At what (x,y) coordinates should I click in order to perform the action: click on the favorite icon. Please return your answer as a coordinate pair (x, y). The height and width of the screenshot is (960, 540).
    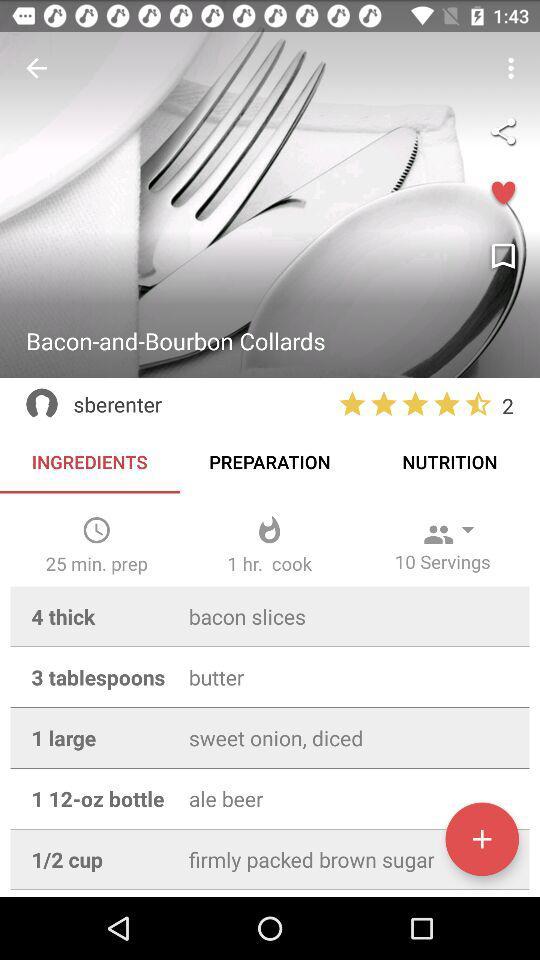
    Looking at the image, I should click on (502, 194).